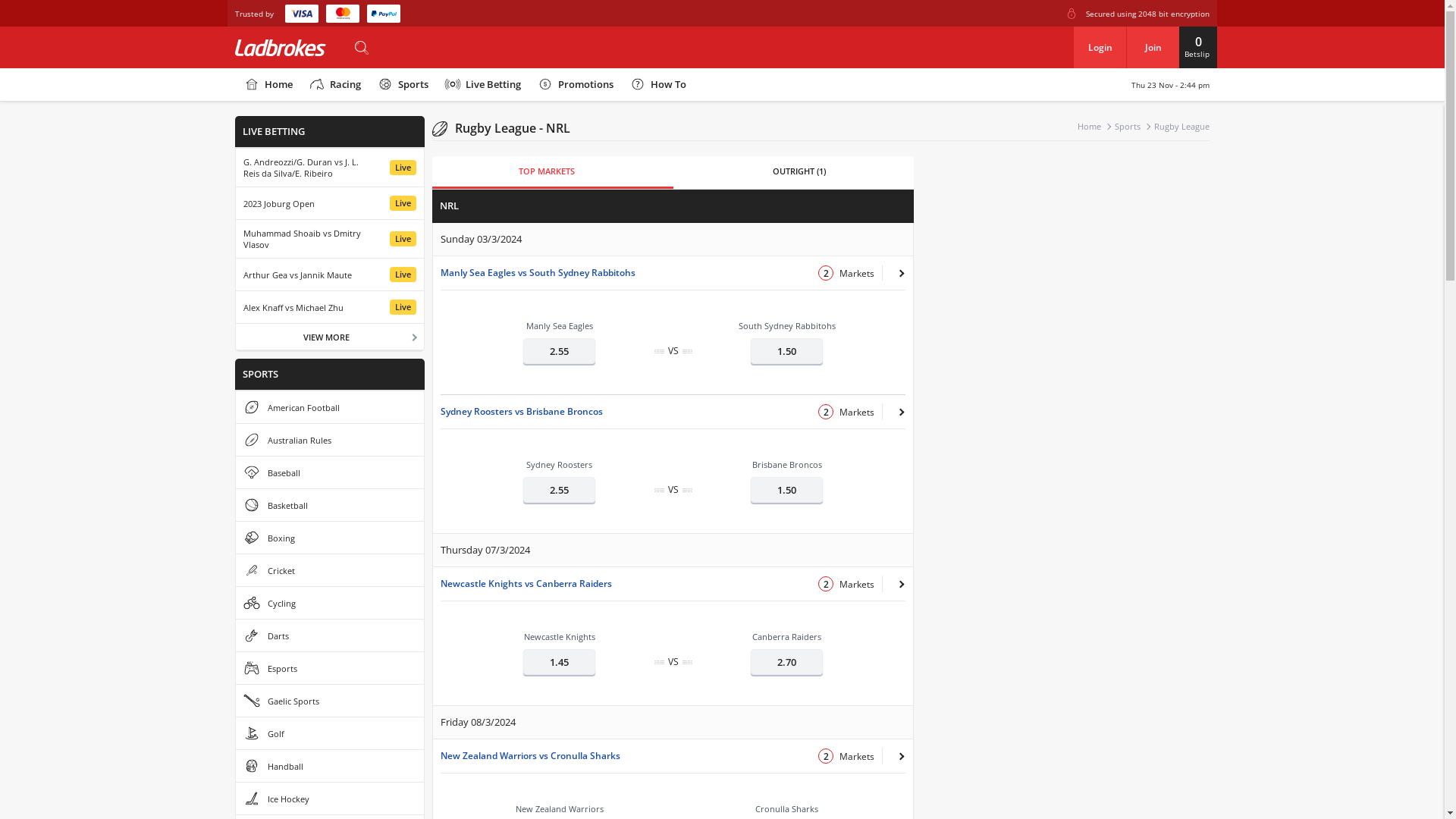  I want to click on 'Promotions', so click(574, 84).